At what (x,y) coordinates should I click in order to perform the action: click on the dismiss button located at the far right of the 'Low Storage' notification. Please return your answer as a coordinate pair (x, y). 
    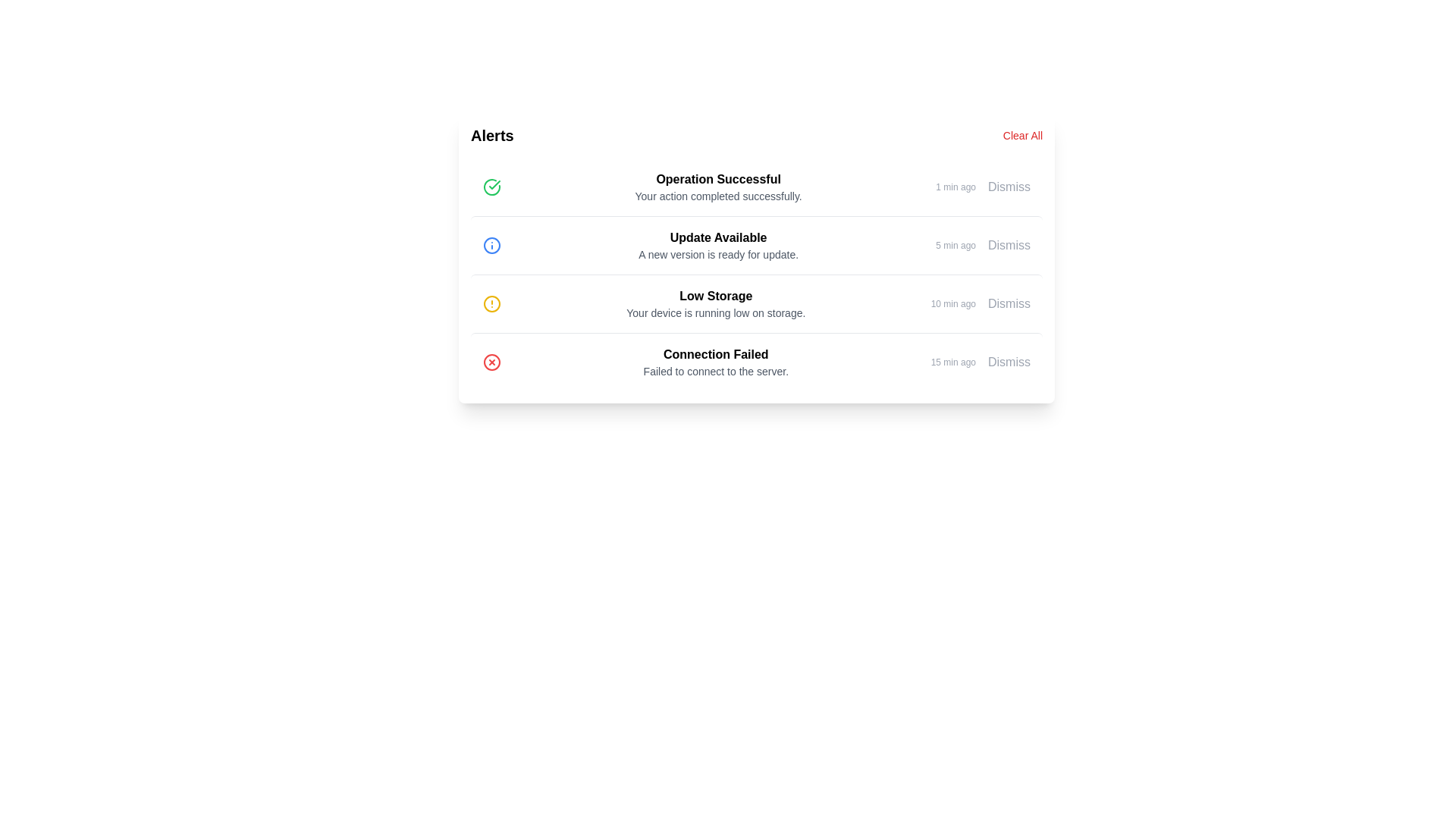
    Looking at the image, I should click on (1009, 304).